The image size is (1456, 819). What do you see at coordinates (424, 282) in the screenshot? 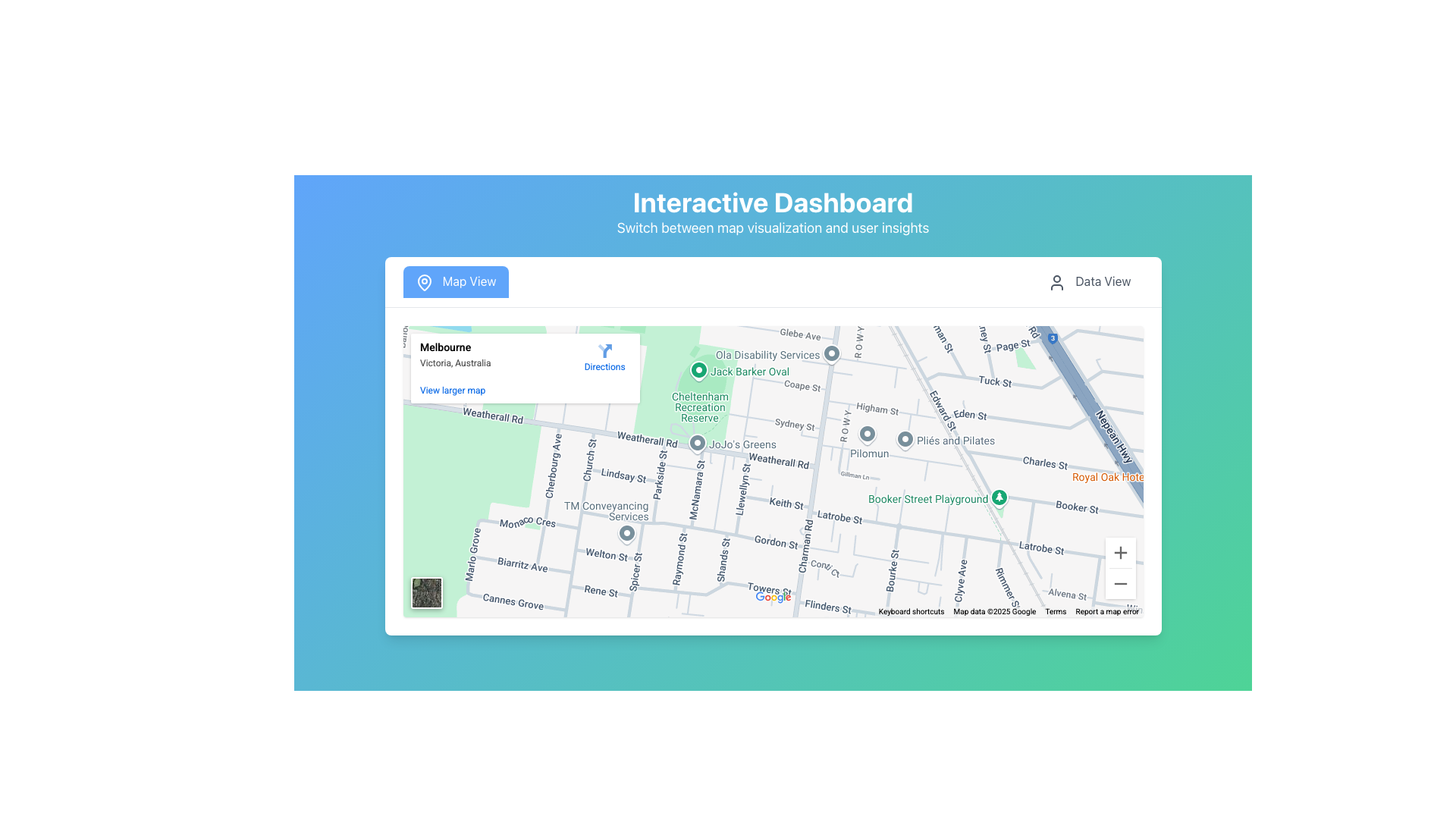
I see `the blue map pin graphical marker located near the top left corner of the interface, just below the 'Map View' tab` at bounding box center [424, 282].